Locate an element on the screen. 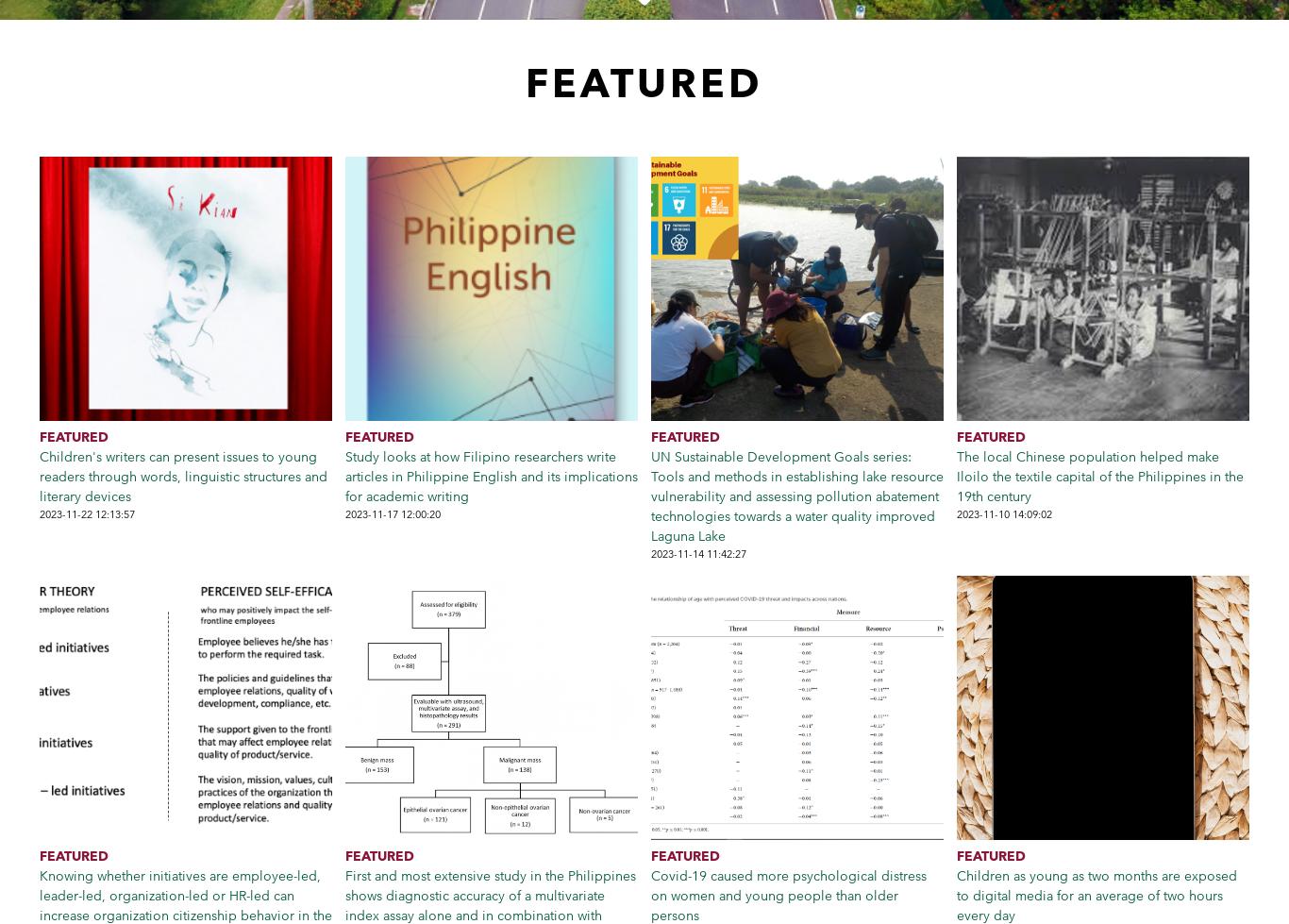 The width and height of the screenshot is (1289, 924). 'UN Sustainable Development Goals series: Tools and methods in establishing lake resource vulnerability and assessing pollution abatement technologies towards a water quality improved Laguna Lake' is located at coordinates (796, 496).